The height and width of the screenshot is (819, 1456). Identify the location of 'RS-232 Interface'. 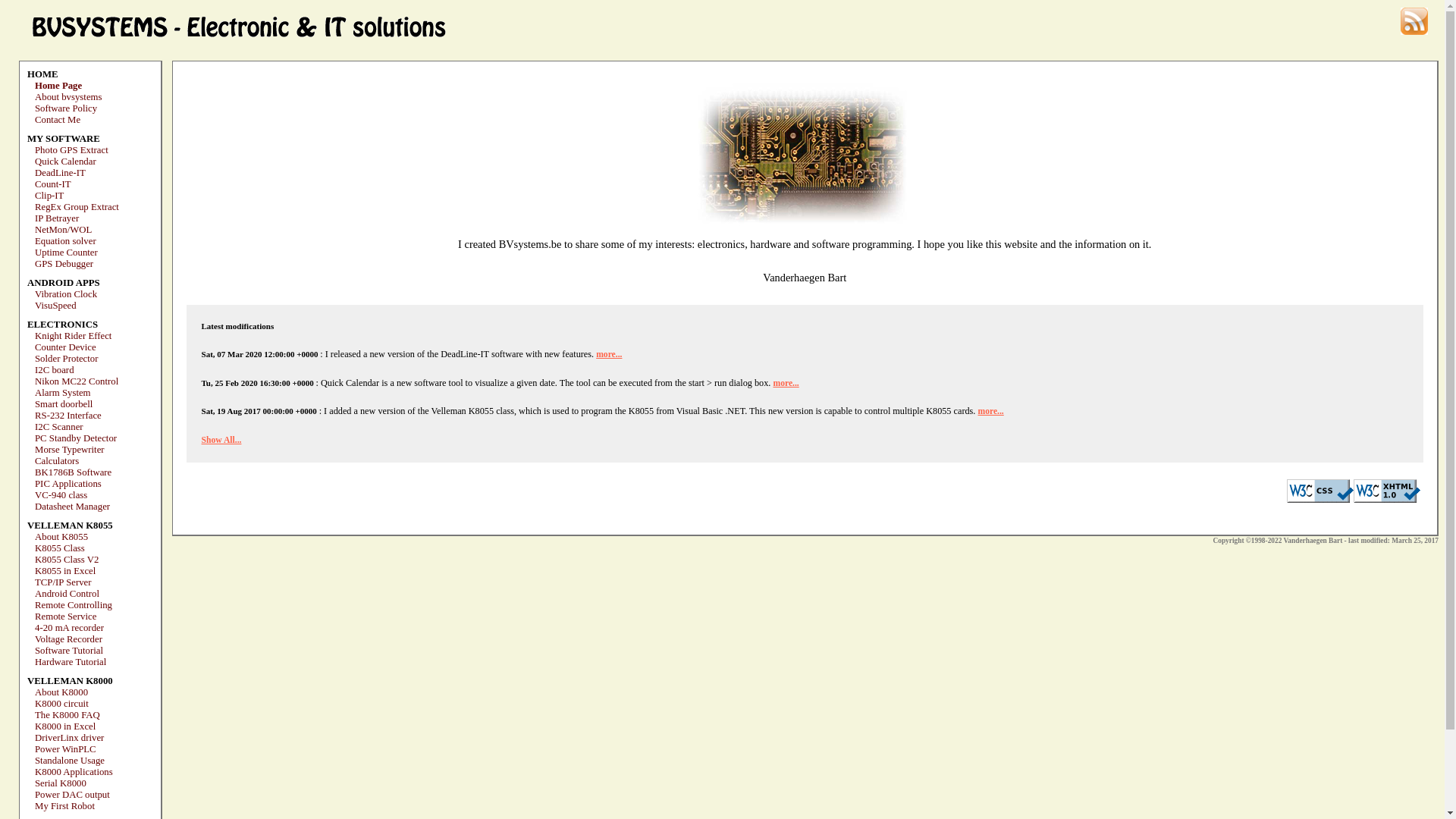
(67, 415).